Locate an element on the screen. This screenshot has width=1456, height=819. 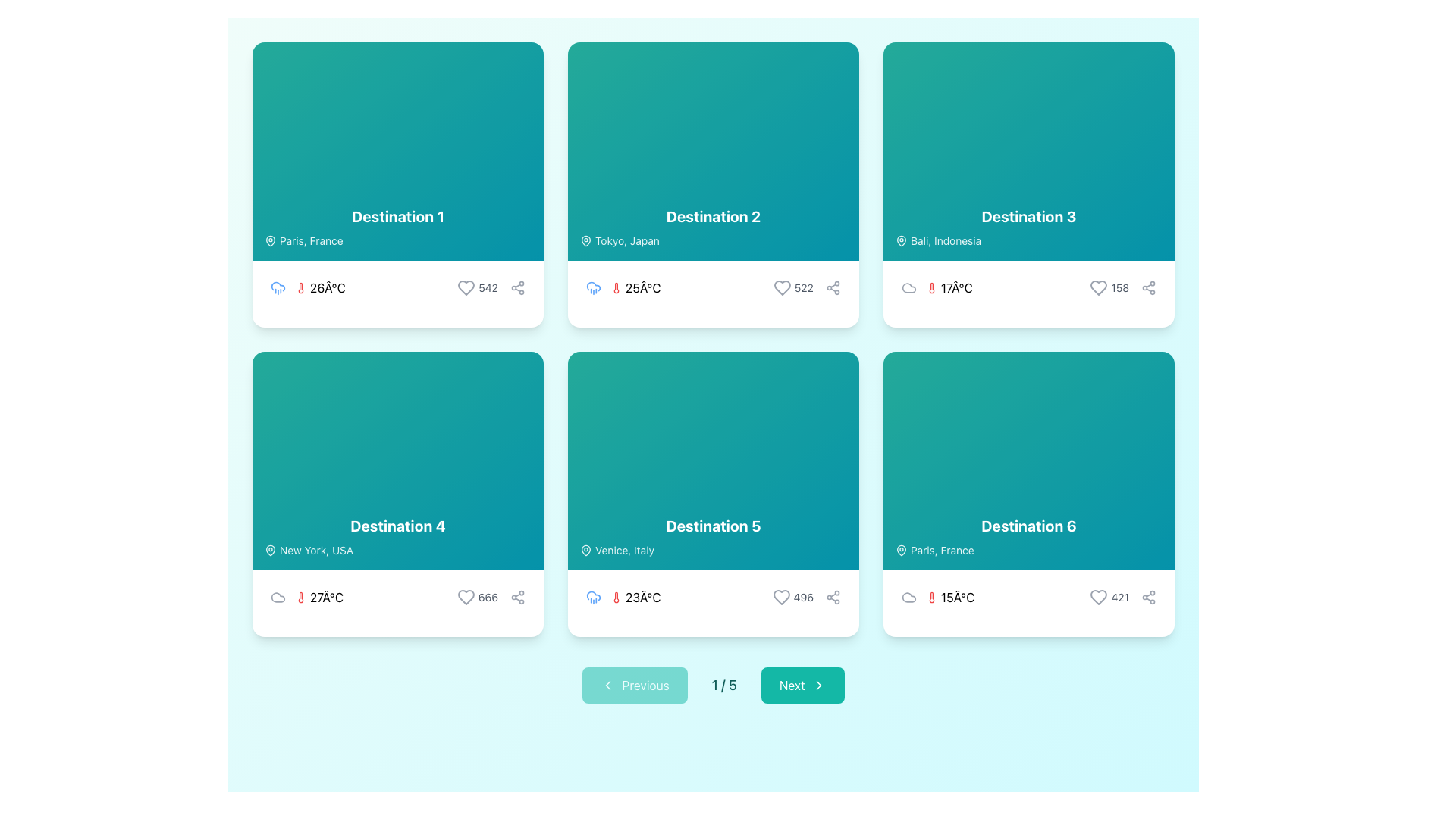
the interactive 'like' button with text and an icon located in the third card (Destination 3) on the top-right of the grid layout to observe the color transition is located at coordinates (1109, 288).